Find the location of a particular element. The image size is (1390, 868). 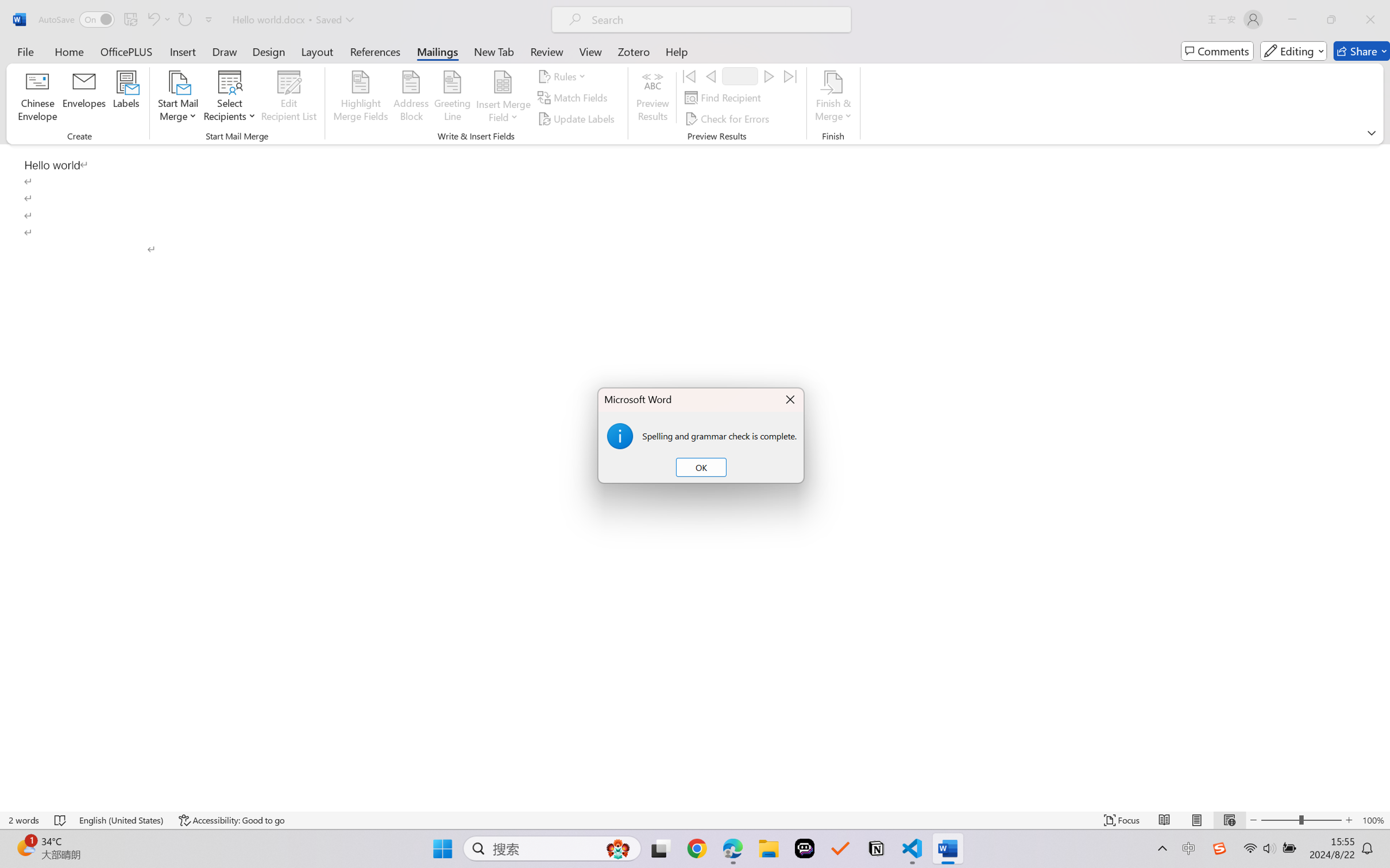

'Check for Errors...' is located at coordinates (729, 119).